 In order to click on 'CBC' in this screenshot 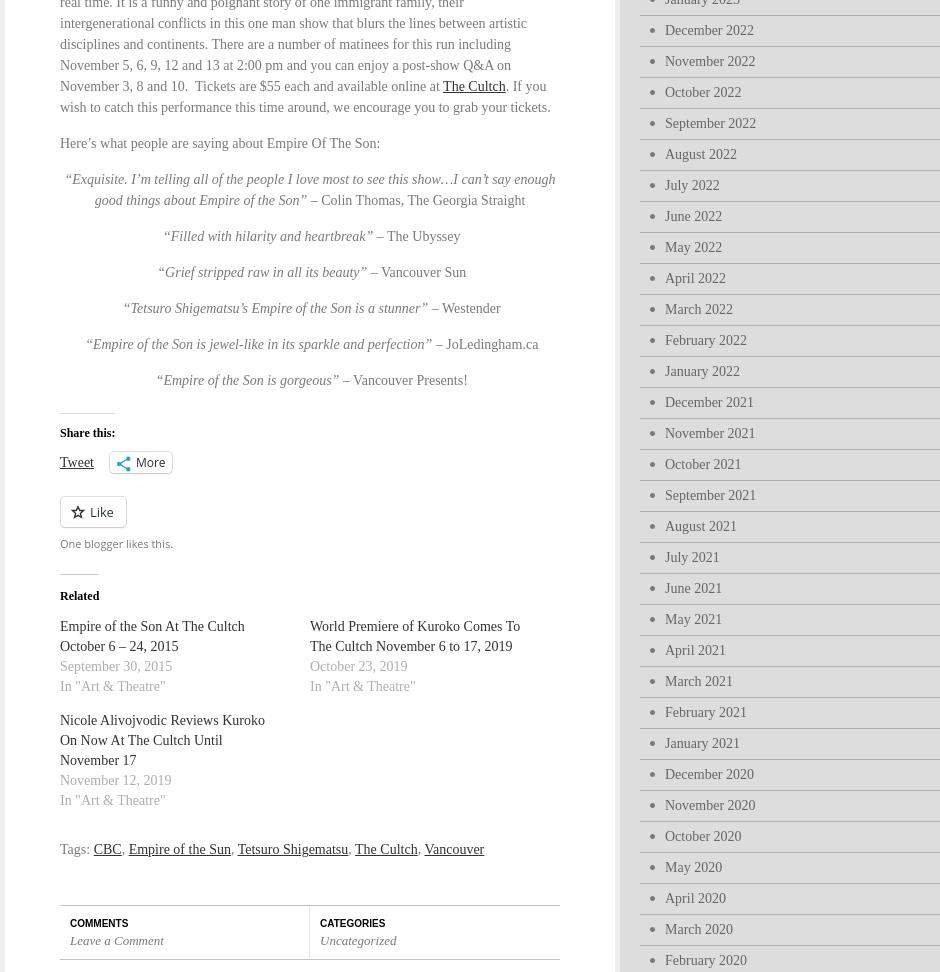, I will do `click(106, 848)`.